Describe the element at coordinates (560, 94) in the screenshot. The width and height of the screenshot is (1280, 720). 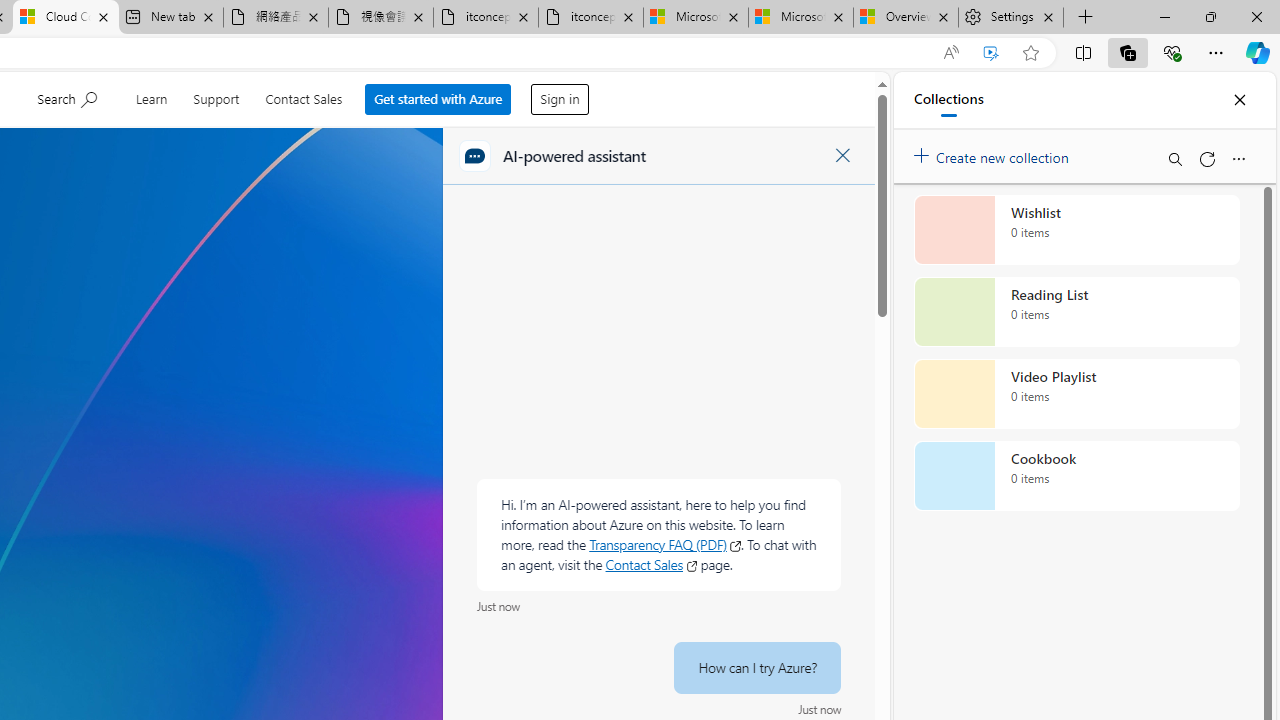
I see `'Sign in'` at that location.